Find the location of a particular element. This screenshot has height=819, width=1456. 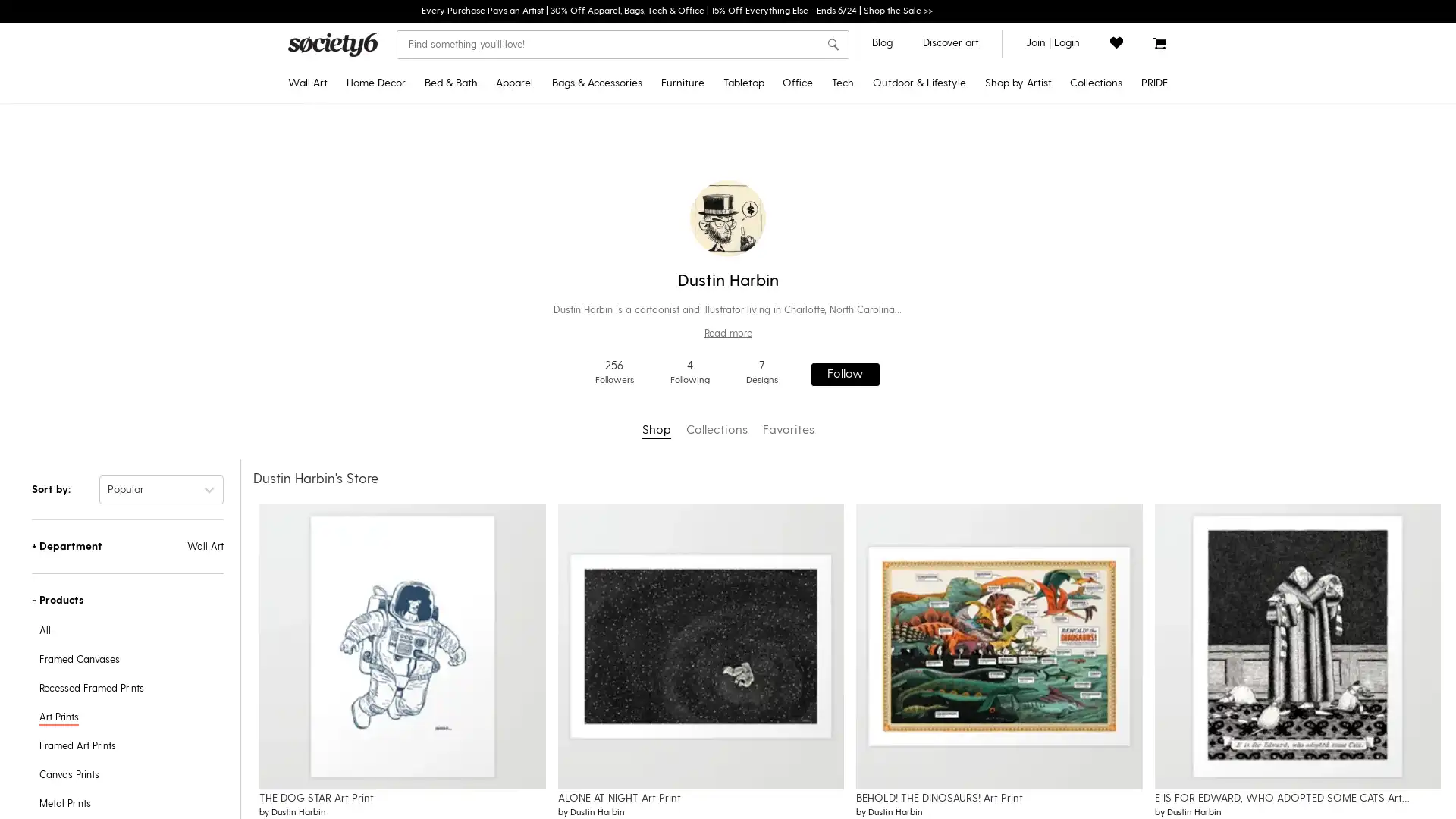

Bed & Bath is located at coordinates (450, 83).